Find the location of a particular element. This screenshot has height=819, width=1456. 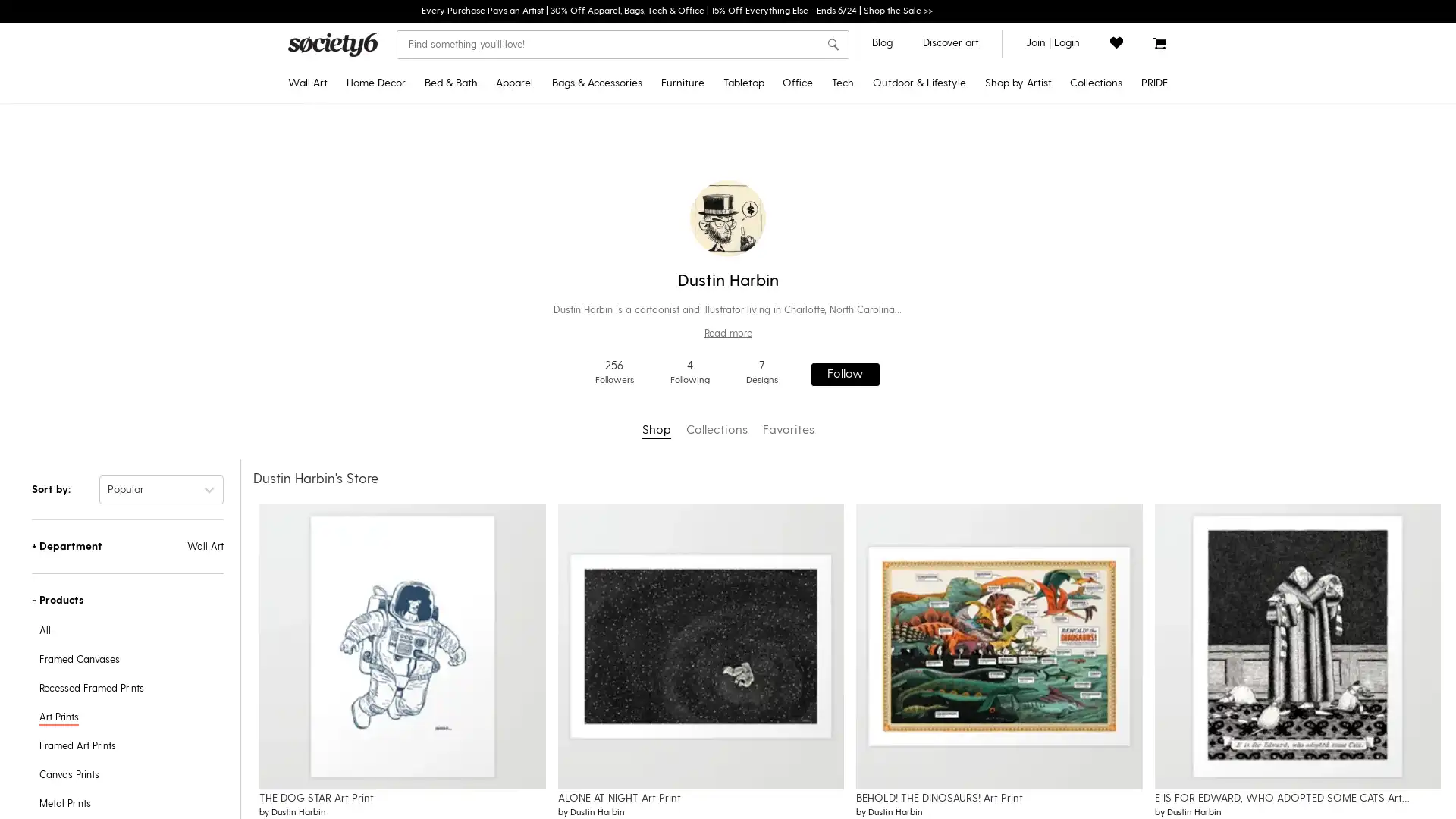

Bed & Bath is located at coordinates (450, 83).